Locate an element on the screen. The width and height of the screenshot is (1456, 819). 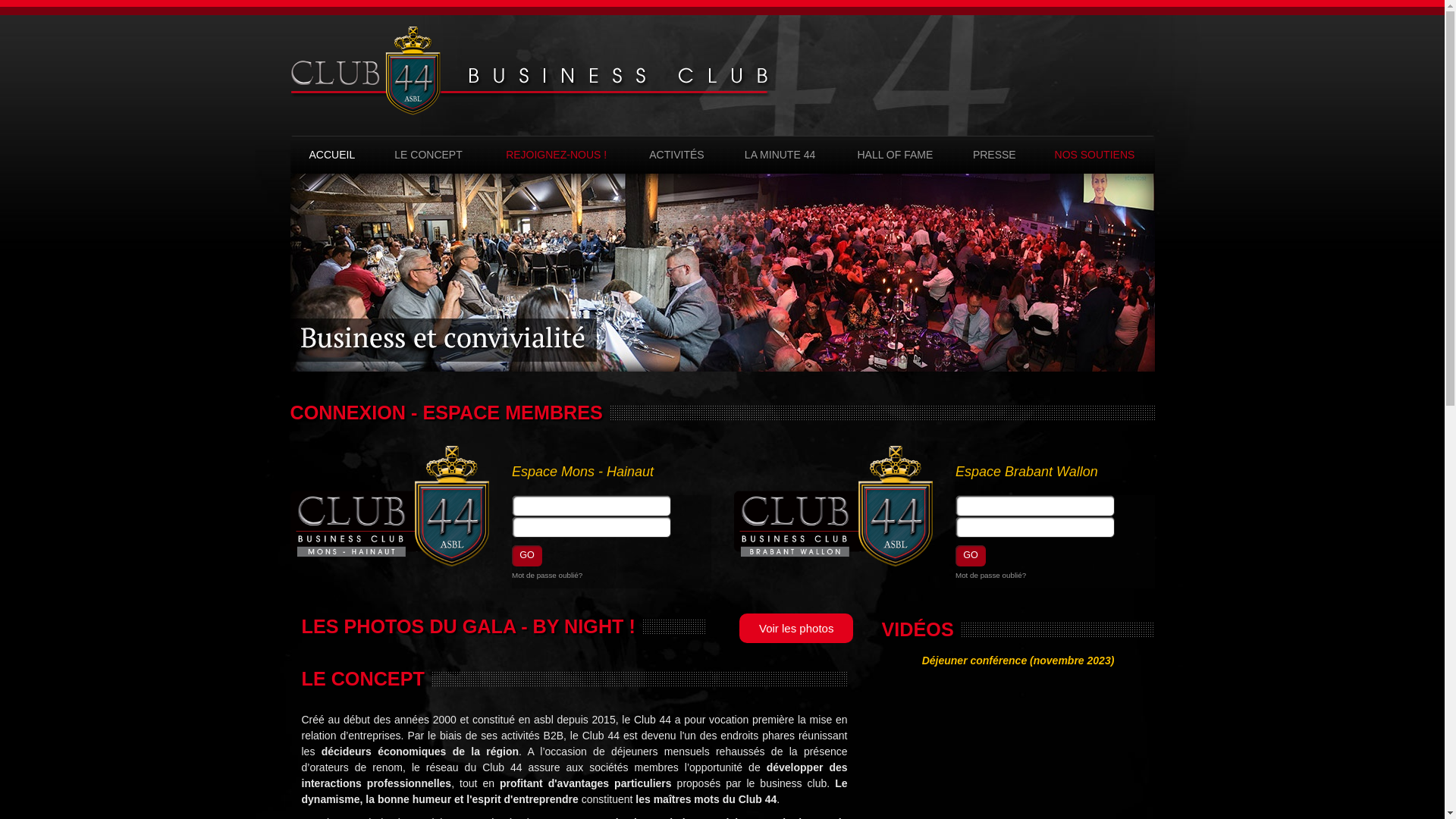
'Voir les photos' is located at coordinates (739, 628).